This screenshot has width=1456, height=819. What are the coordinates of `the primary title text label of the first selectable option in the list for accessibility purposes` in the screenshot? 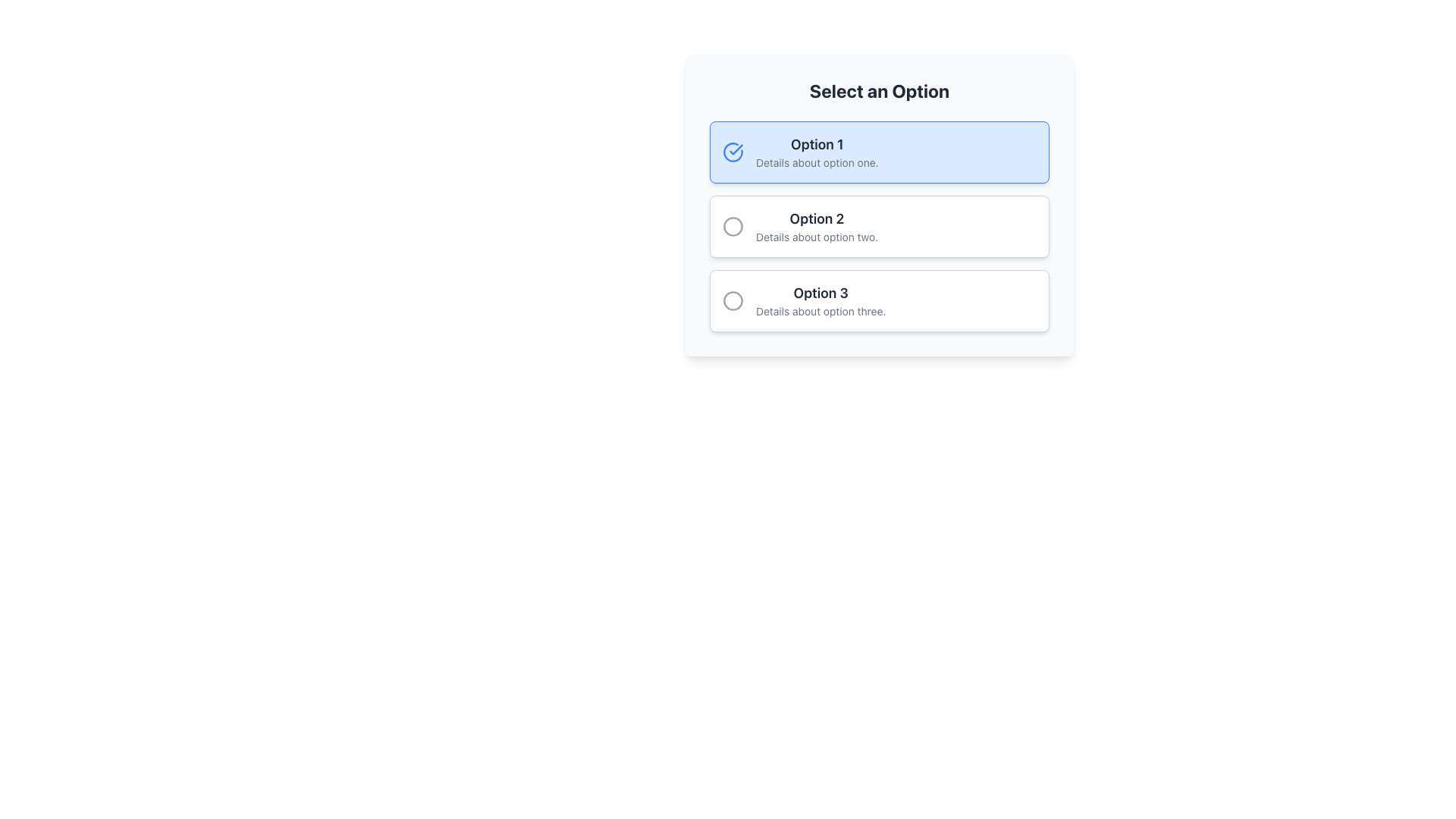 It's located at (816, 145).